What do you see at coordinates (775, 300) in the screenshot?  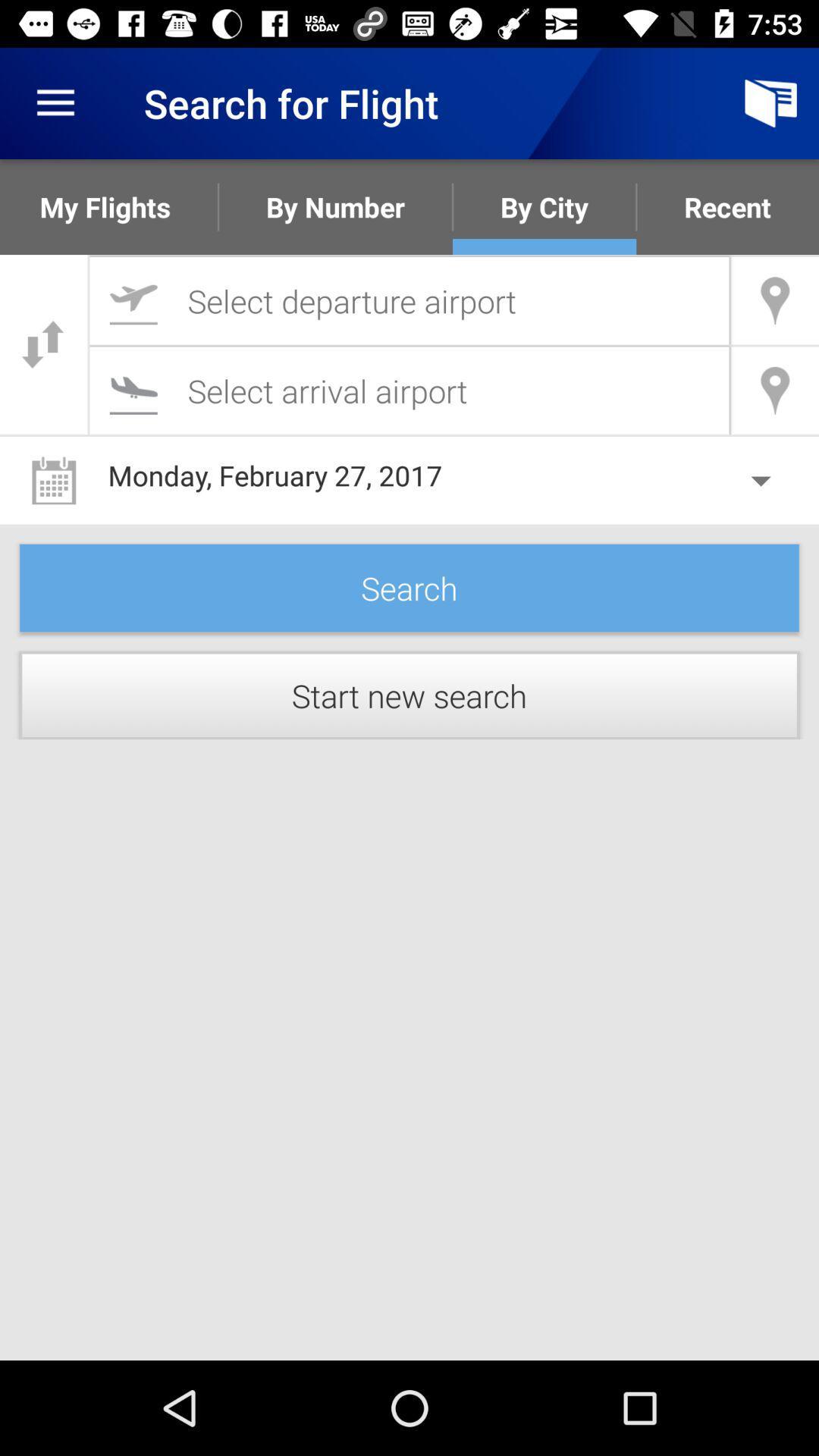 I see `the location icon` at bounding box center [775, 300].